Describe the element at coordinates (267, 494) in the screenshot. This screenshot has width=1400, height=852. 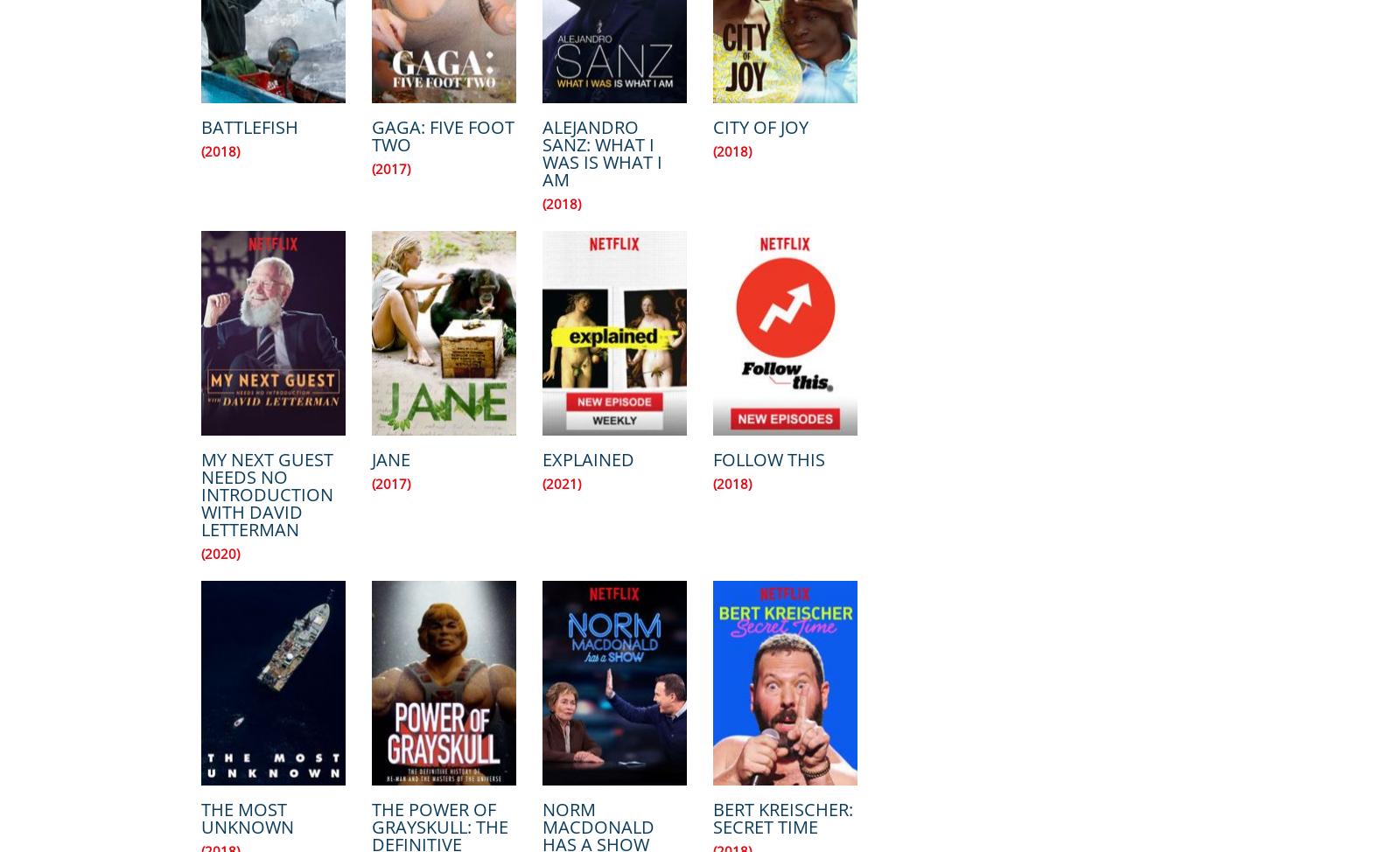
I see `'My Next Guest Needs No Introduction With David Letterman'` at that location.